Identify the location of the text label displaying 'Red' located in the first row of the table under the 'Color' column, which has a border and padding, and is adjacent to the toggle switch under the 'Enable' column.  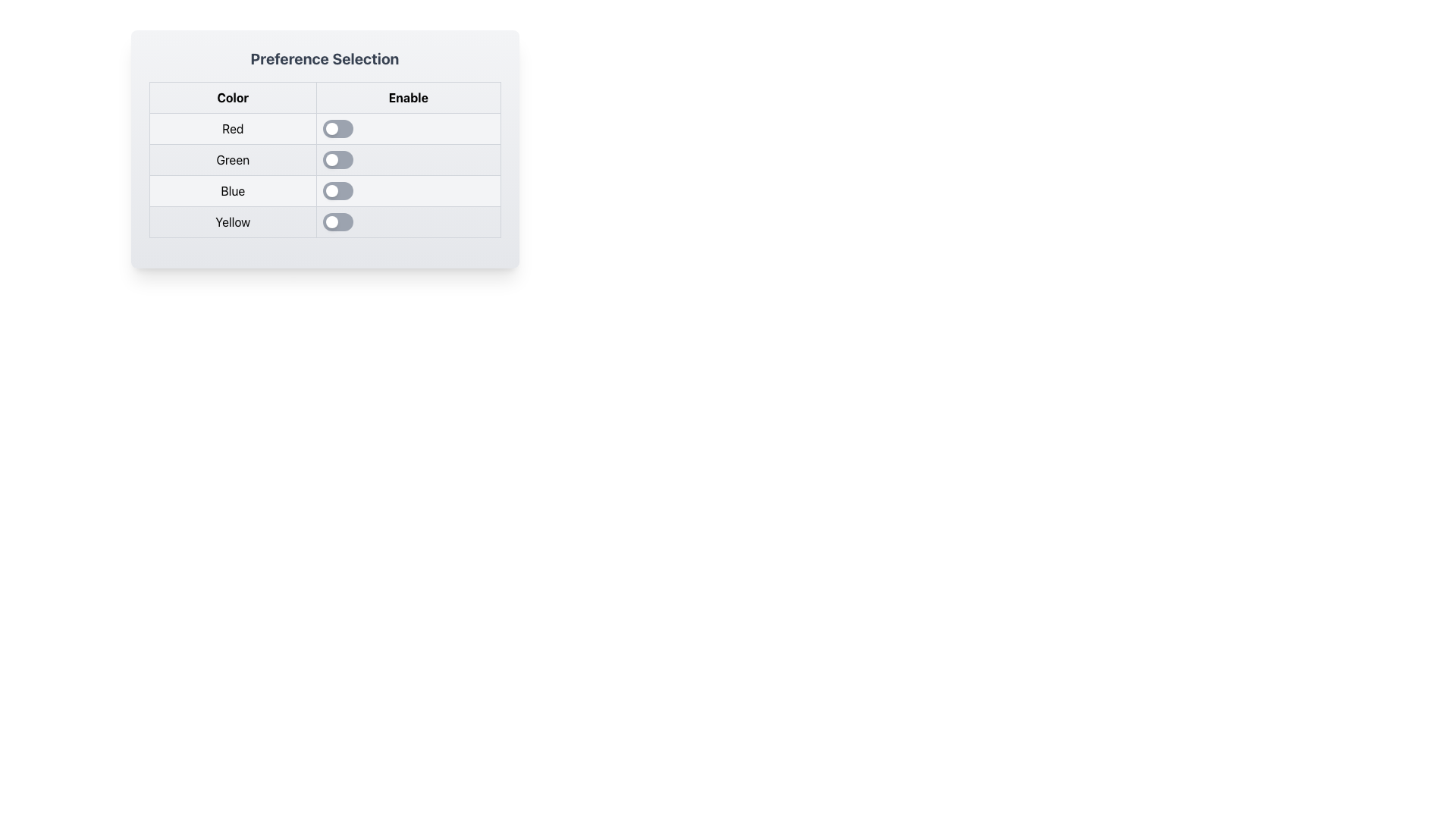
(232, 127).